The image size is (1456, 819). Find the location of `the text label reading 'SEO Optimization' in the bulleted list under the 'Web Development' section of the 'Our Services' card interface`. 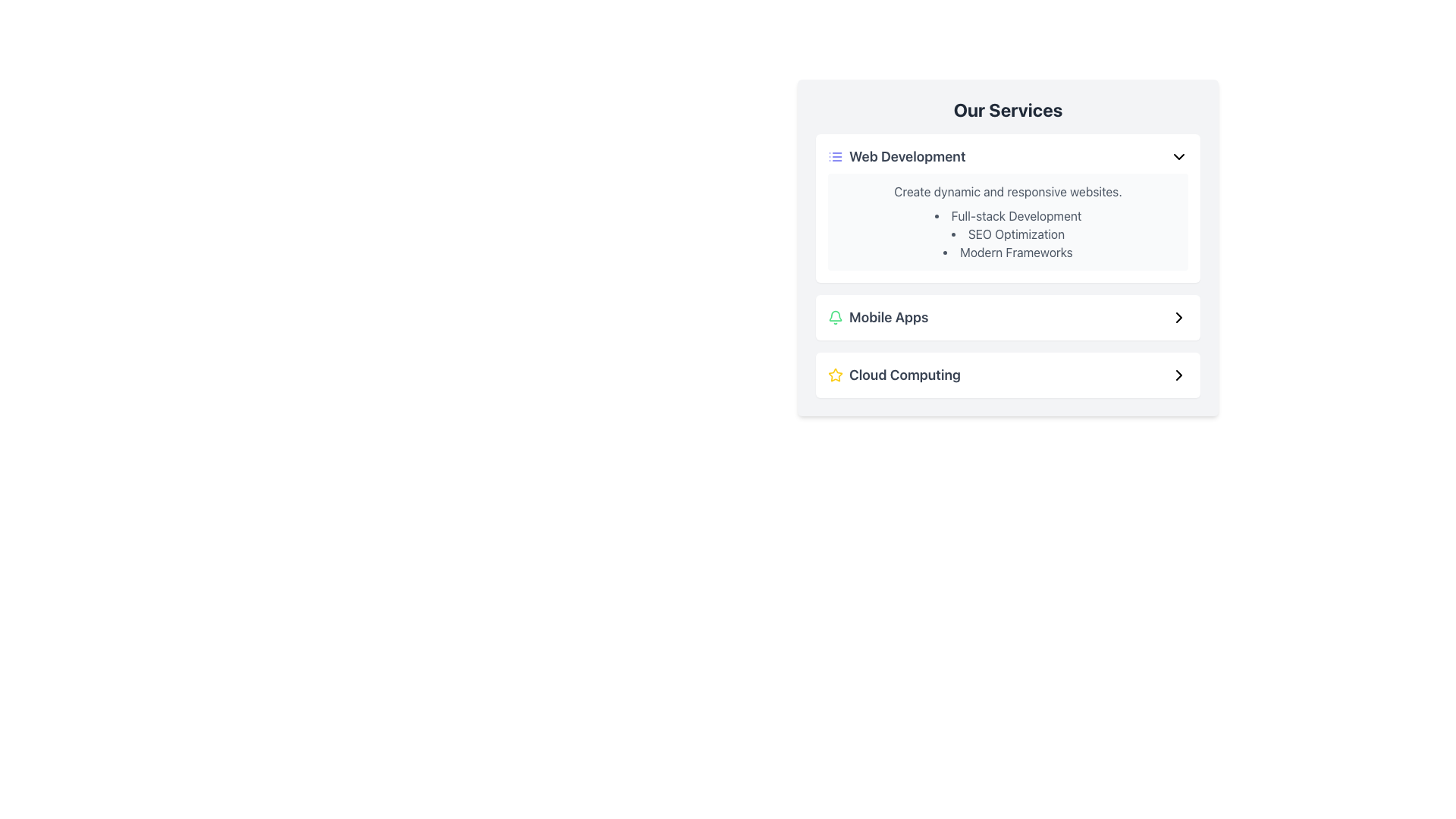

the text label reading 'SEO Optimization' in the bulleted list under the 'Web Development' section of the 'Our Services' card interface is located at coordinates (1008, 234).